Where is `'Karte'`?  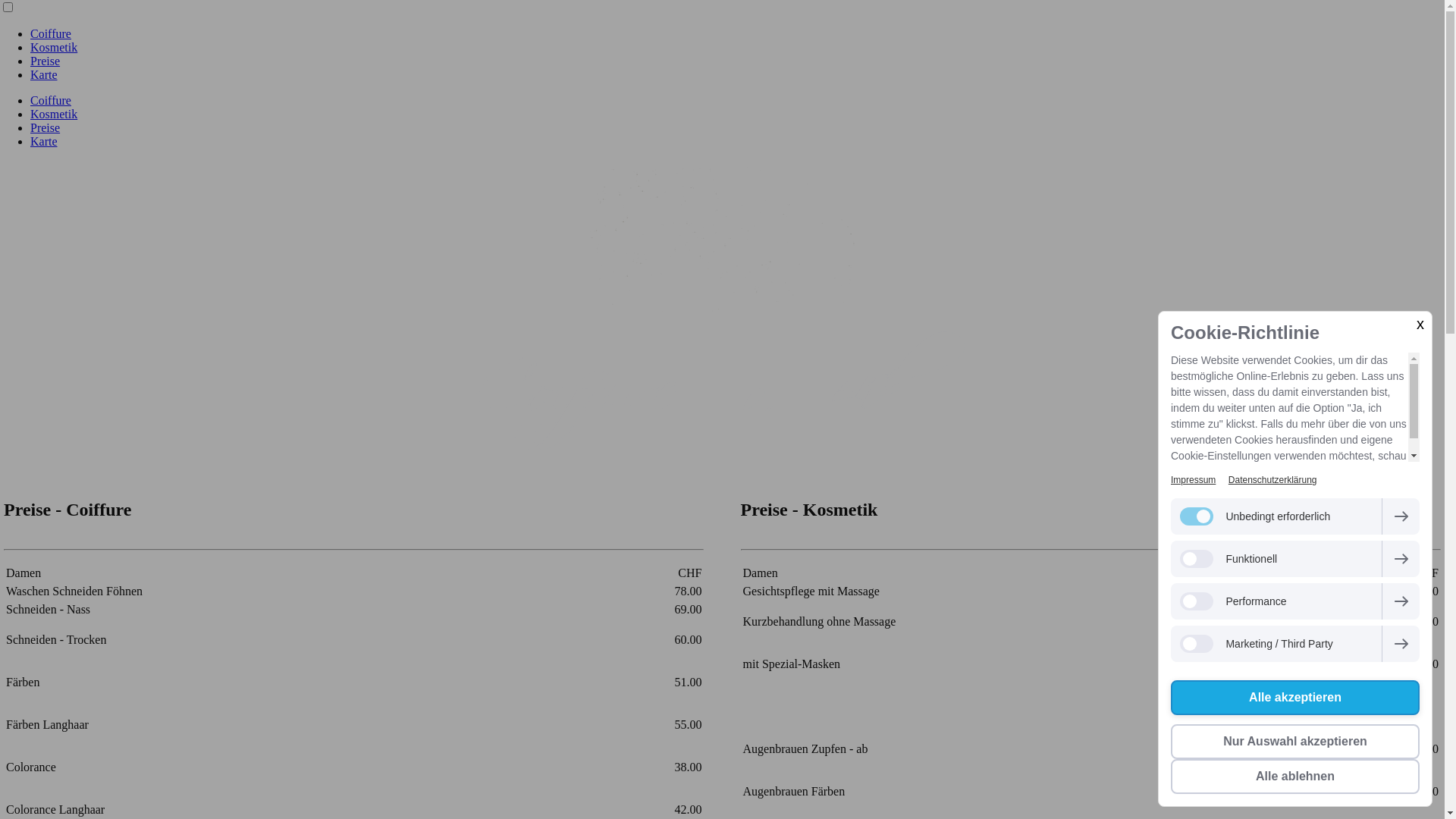
'Karte' is located at coordinates (43, 74).